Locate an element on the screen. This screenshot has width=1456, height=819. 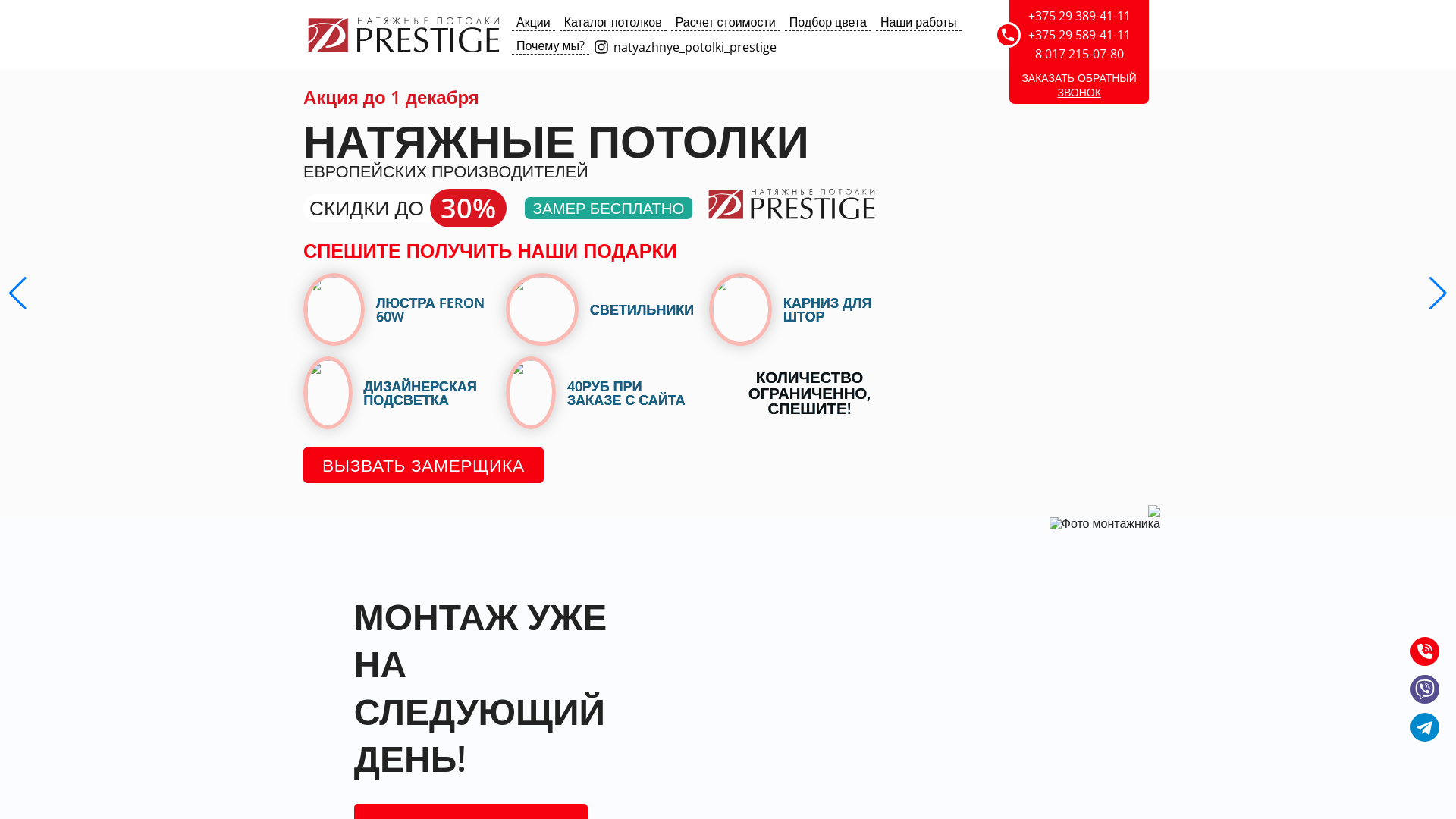
'+375 29 589-41-11' is located at coordinates (1078, 34).